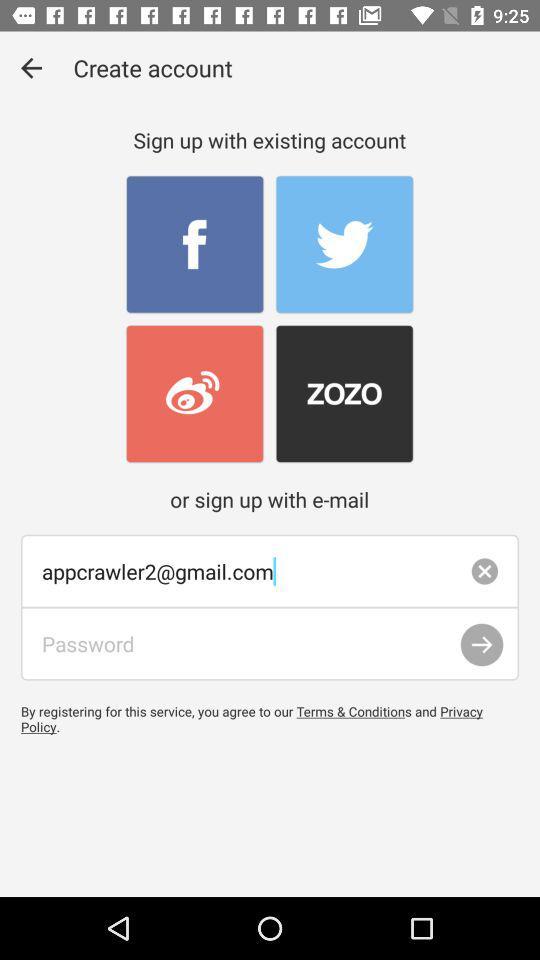 This screenshot has width=540, height=960. I want to click on icon above appcrawler2@gmail.com icon, so click(30, 68).